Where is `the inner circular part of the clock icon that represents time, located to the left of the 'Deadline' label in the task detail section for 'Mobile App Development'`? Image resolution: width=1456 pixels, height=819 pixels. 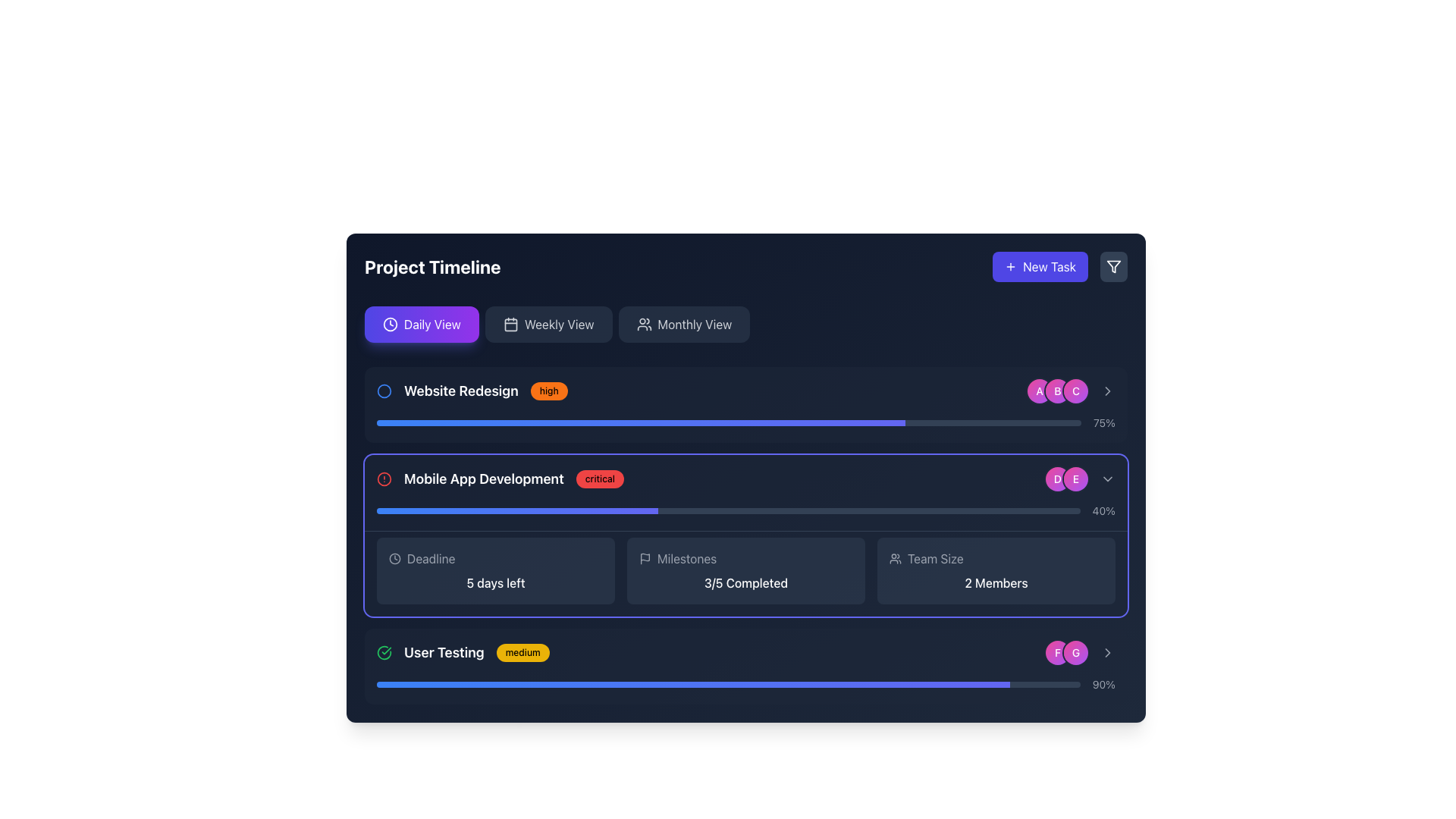
the inner circular part of the clock icon that represents time, located to the left of the 'Deadline' label in the task detail section for 'Mobile App Development' is located at coordinates (390, 324).